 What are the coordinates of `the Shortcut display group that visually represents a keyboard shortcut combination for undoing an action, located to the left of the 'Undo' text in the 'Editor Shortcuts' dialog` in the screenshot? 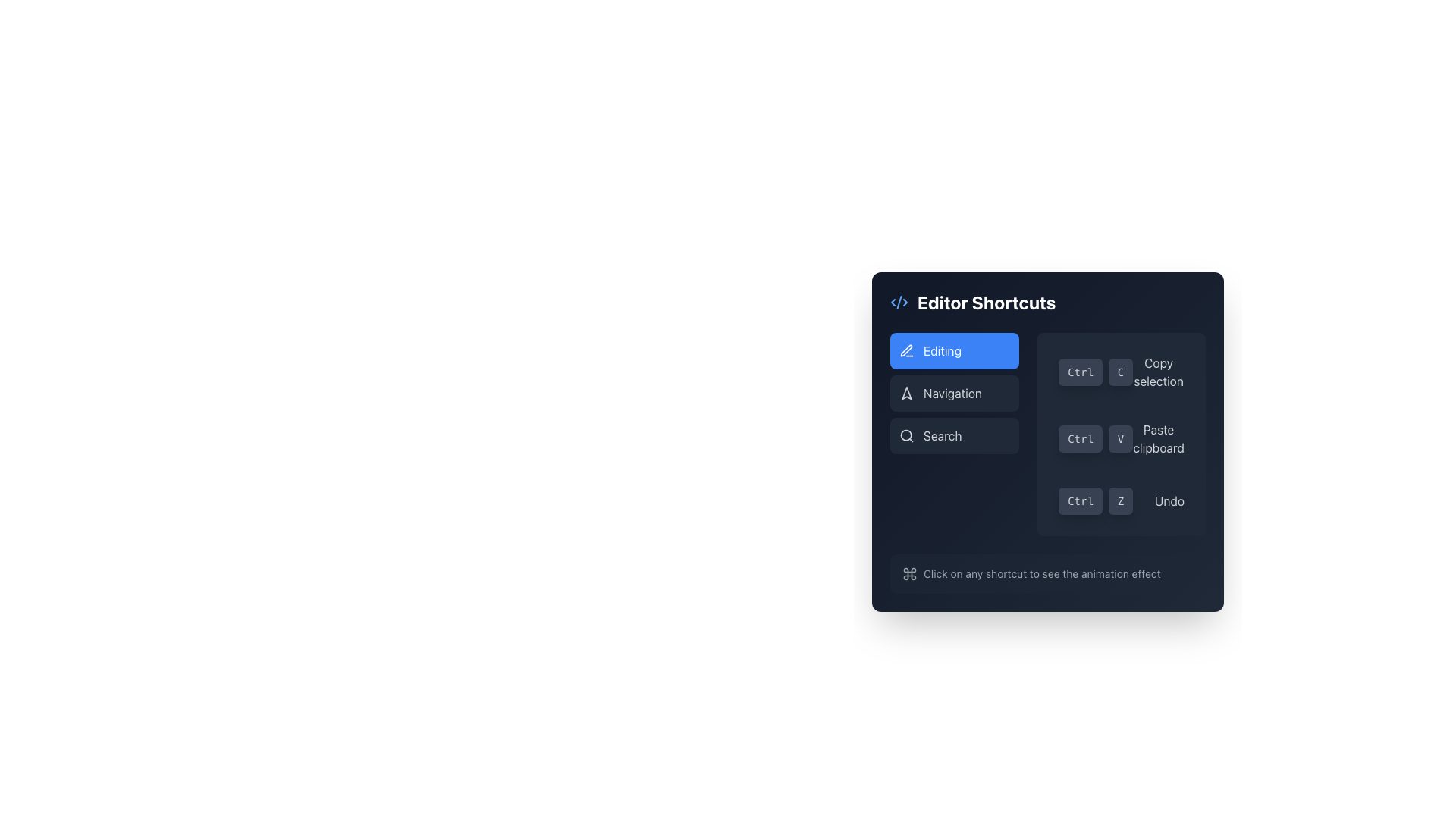 It's located at (1096, 500).